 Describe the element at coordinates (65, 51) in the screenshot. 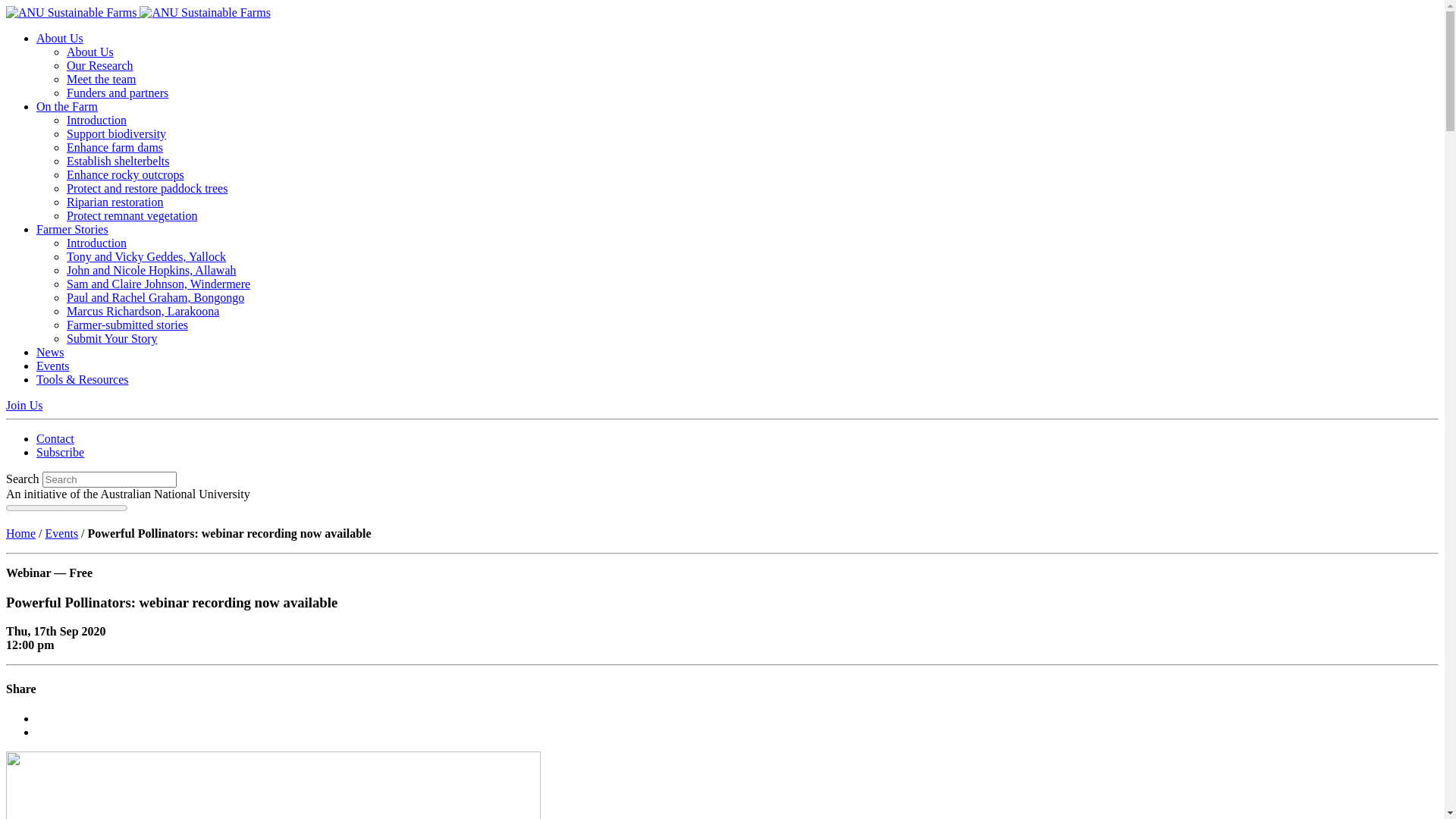

I see `'About Us'` at that location.